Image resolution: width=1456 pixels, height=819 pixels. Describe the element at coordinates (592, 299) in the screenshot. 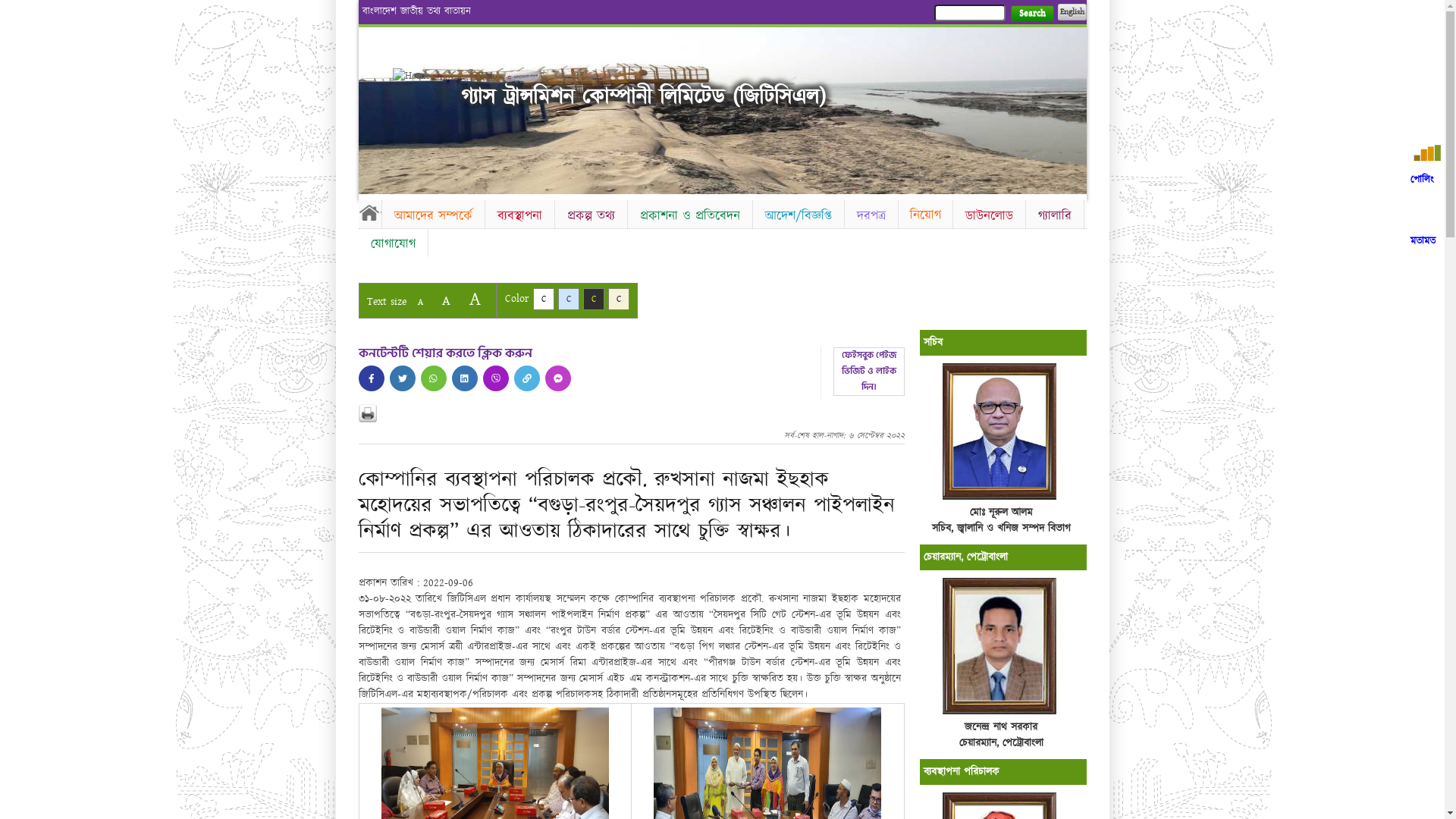

I see `'C'` at that location.